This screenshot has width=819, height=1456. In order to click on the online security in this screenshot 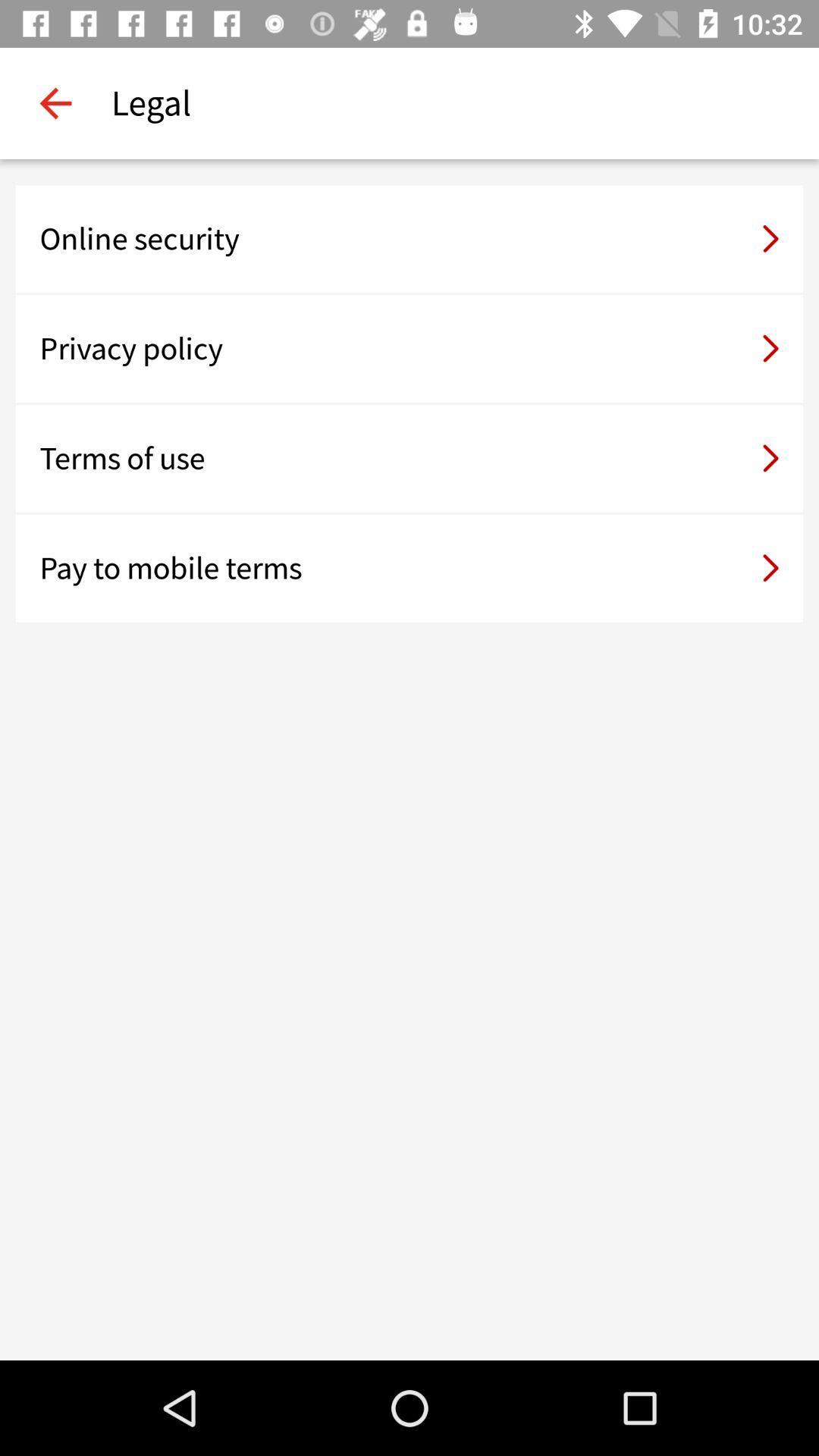, I will do `click(409, 238)`.